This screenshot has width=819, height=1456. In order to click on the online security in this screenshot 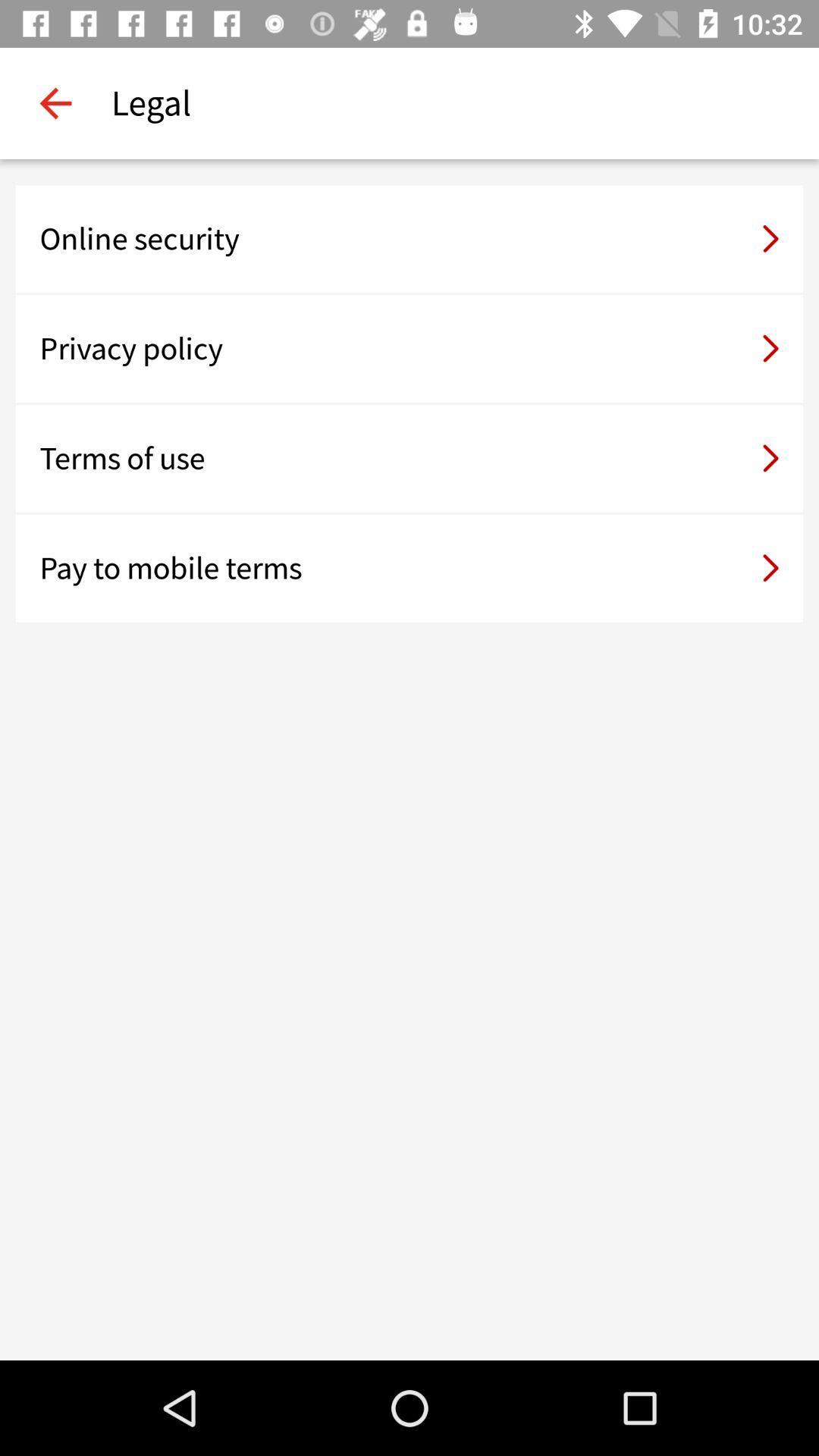, I will do `click(409, 238)`.